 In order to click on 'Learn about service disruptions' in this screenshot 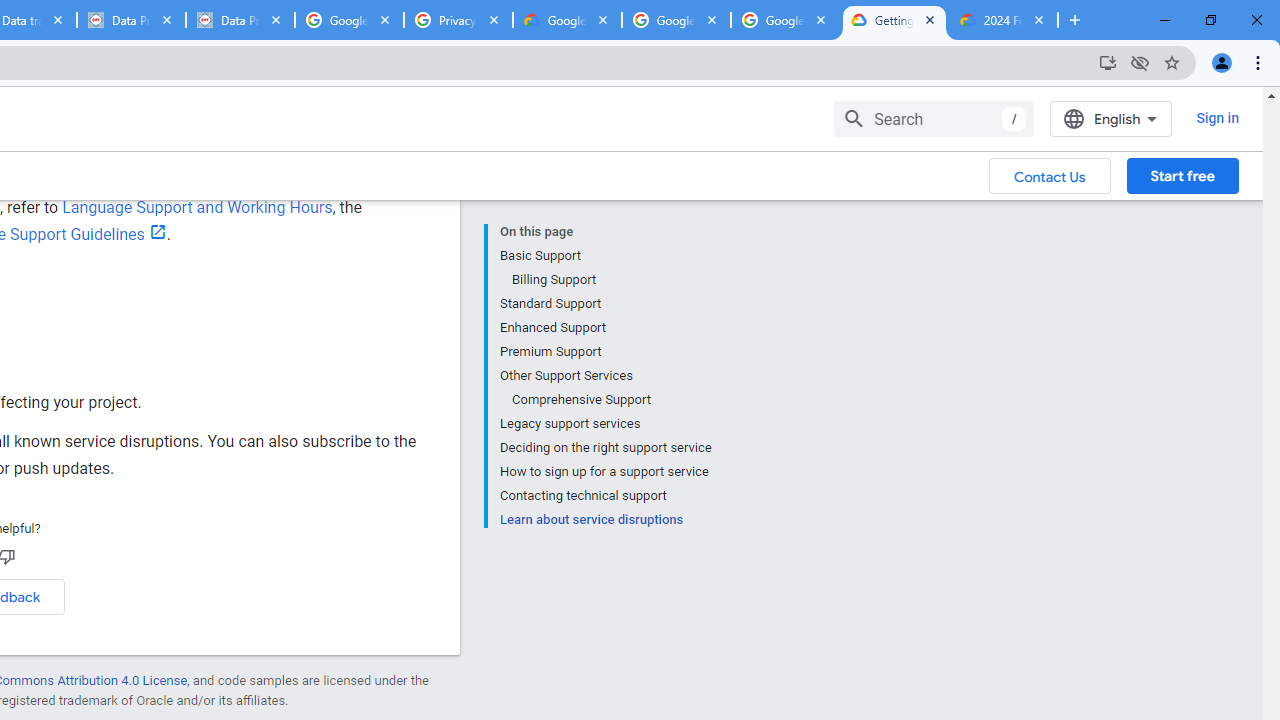, I will do `click(604, 517)`.